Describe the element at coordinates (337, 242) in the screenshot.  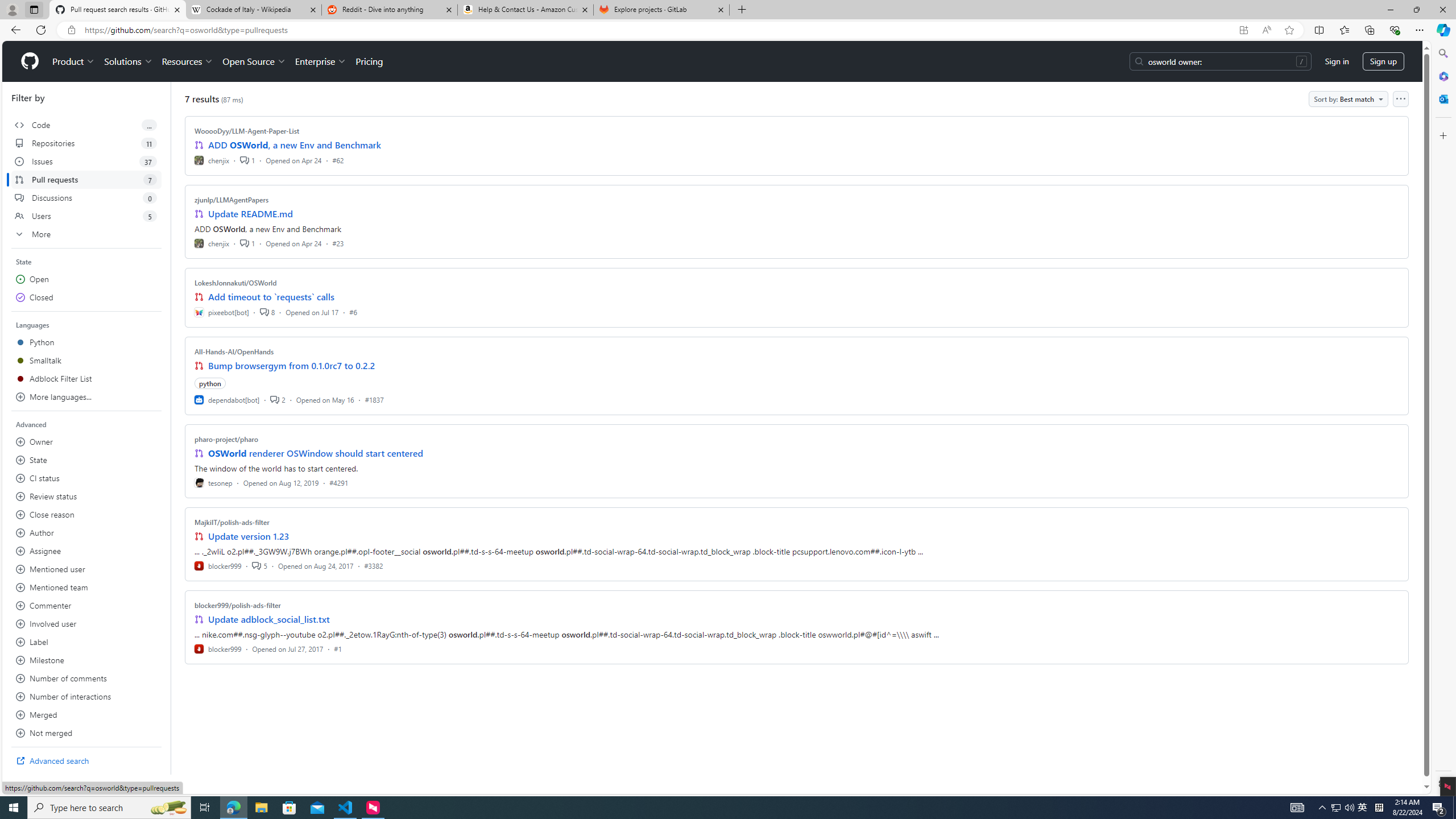
I see `'#23'` at that location.